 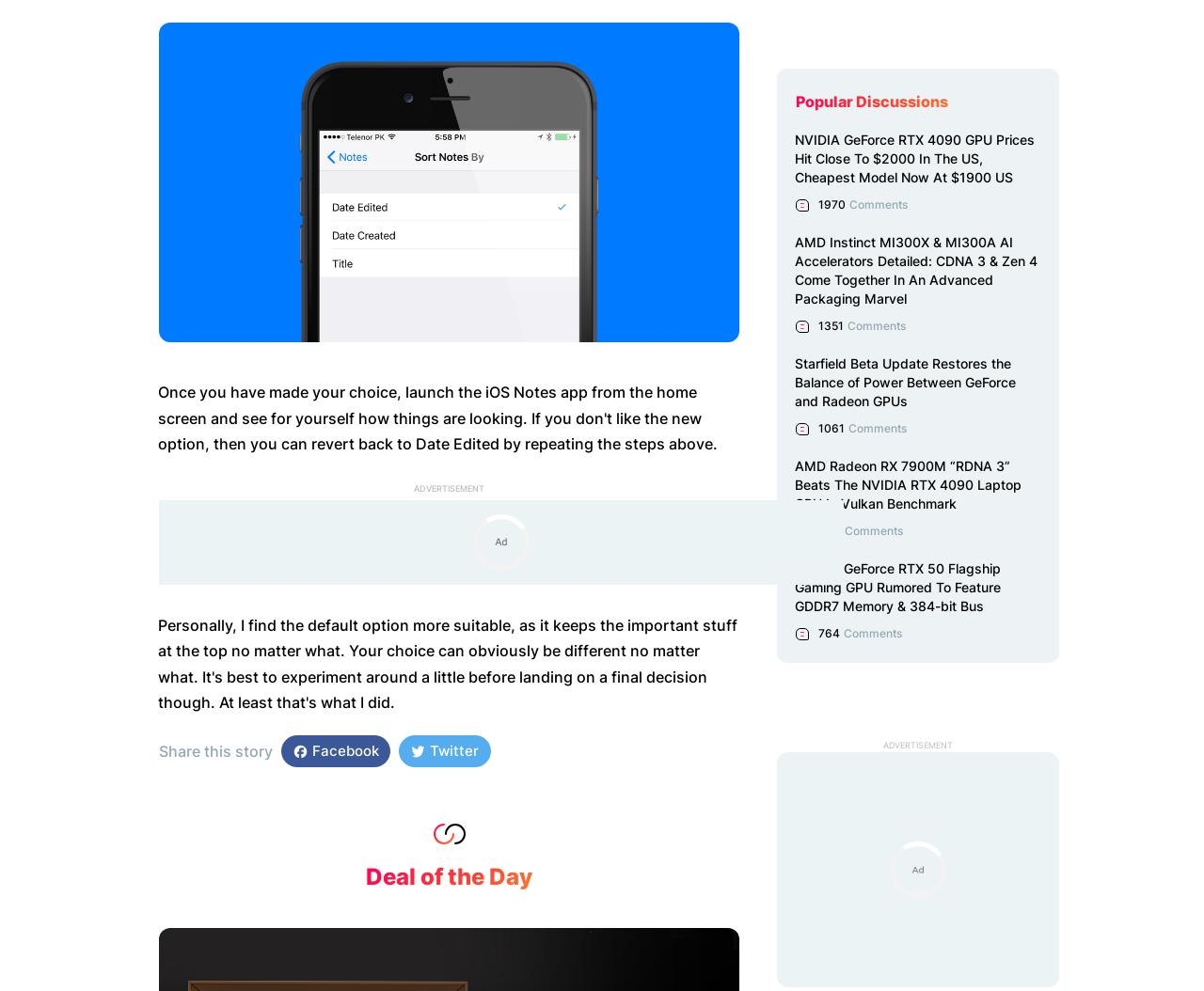 I want to click on 'NVIDIA GeForce RTX 4090 GPU Prices Hit Close To $2000 In The US, Cheapest Model Now At $1900 US', so click(x=914, y=157).